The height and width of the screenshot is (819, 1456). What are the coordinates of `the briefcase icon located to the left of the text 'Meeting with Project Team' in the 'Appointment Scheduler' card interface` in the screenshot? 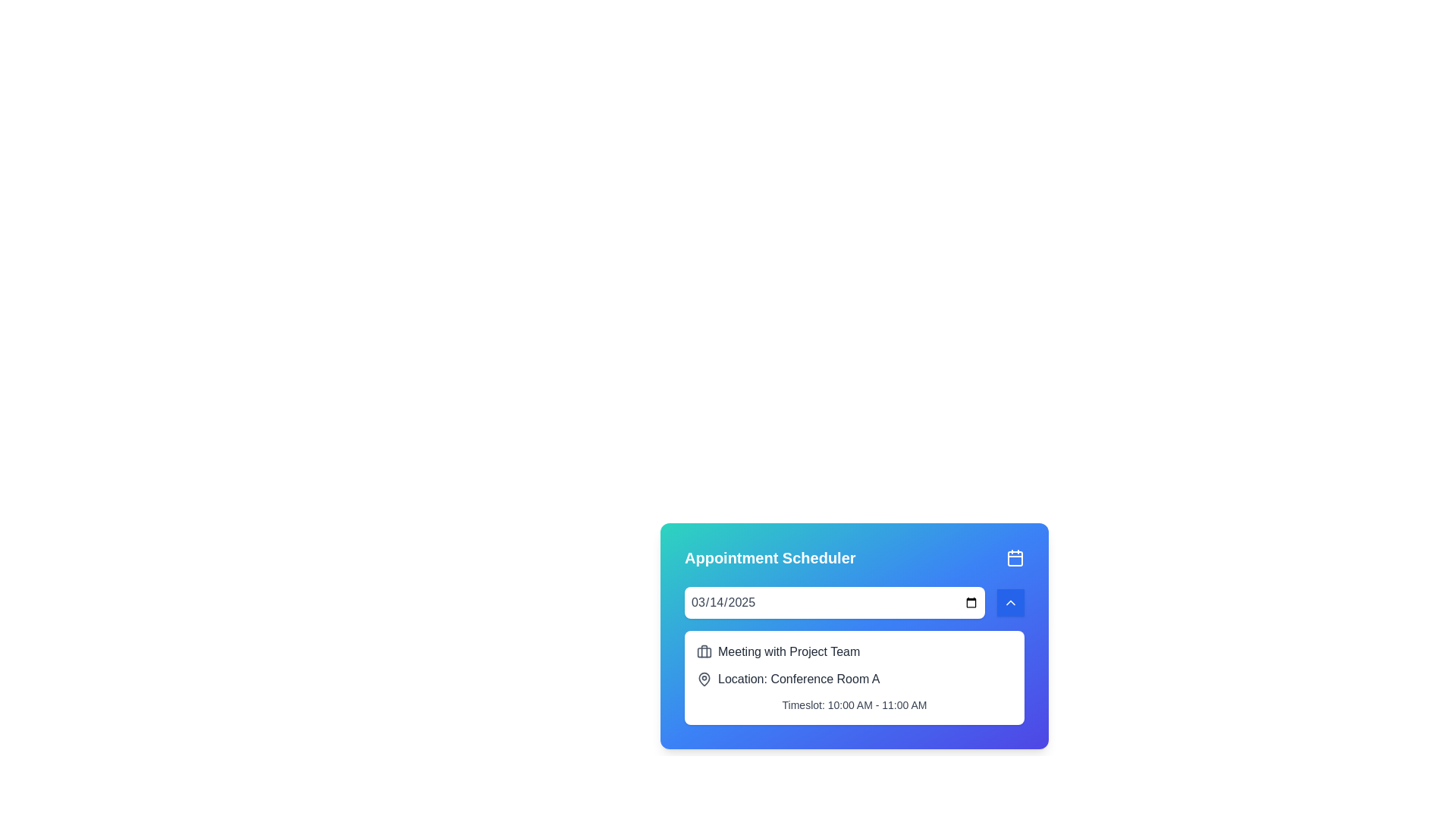 It's located at (704, 651).